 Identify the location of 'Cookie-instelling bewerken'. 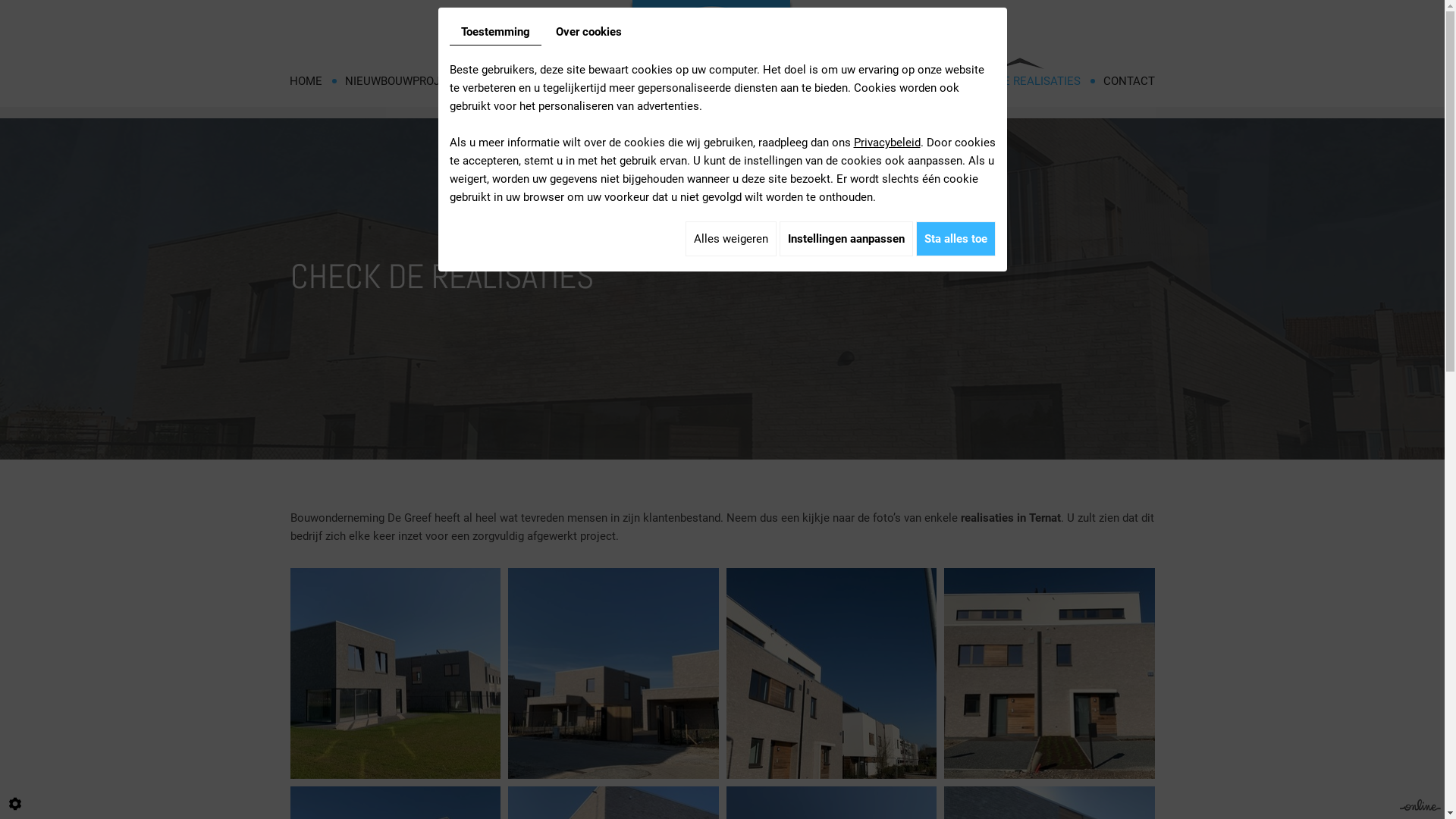
(14, 803).